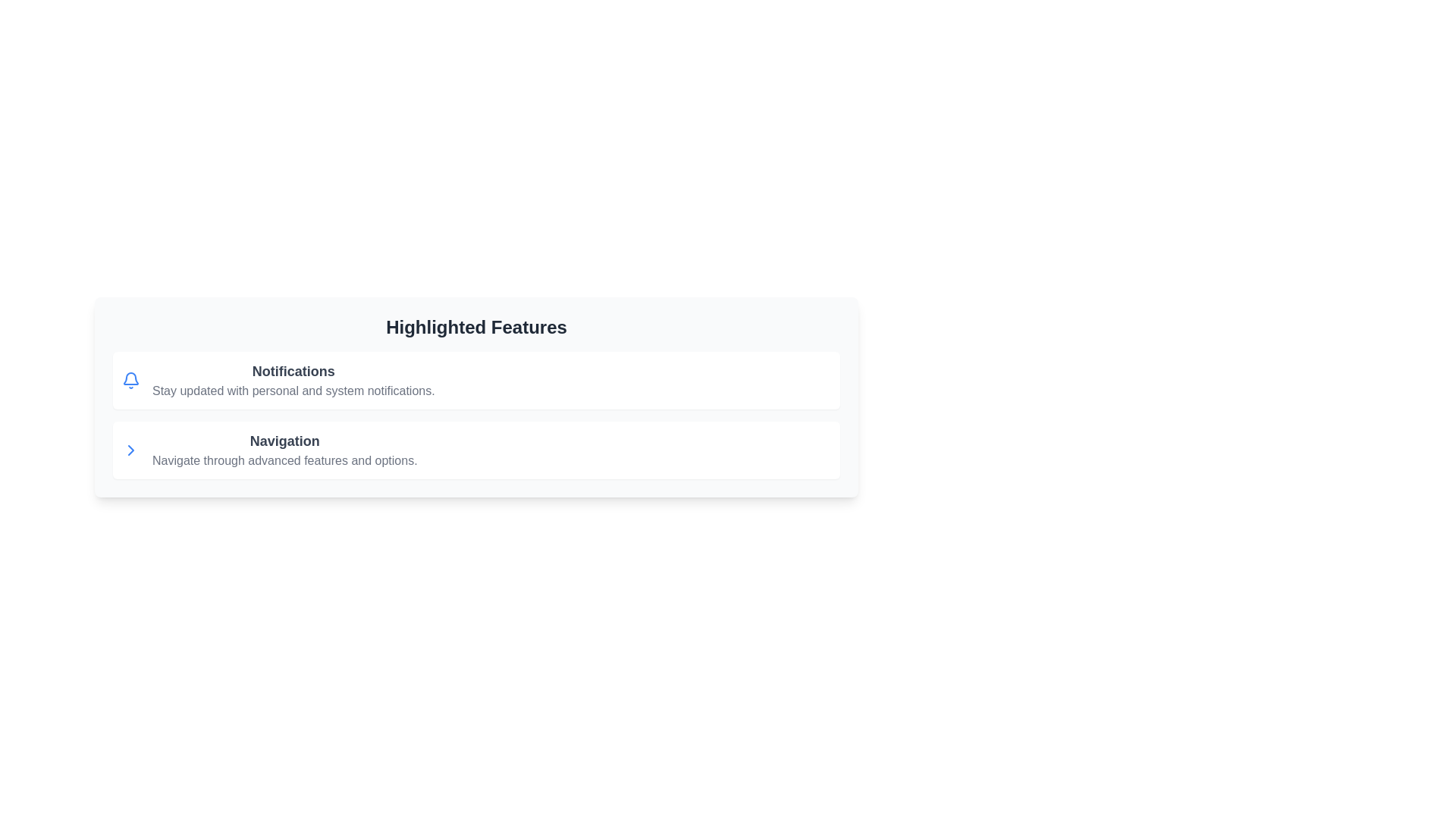 The image size is (1456, 819). What do you see at coordinates (293, 371) in the screenshot?
I see `the 'Notifications' label which is styled in bold gray text and positioned under the 'Highlighted Features' main heading` at bounding box center [293, 371].